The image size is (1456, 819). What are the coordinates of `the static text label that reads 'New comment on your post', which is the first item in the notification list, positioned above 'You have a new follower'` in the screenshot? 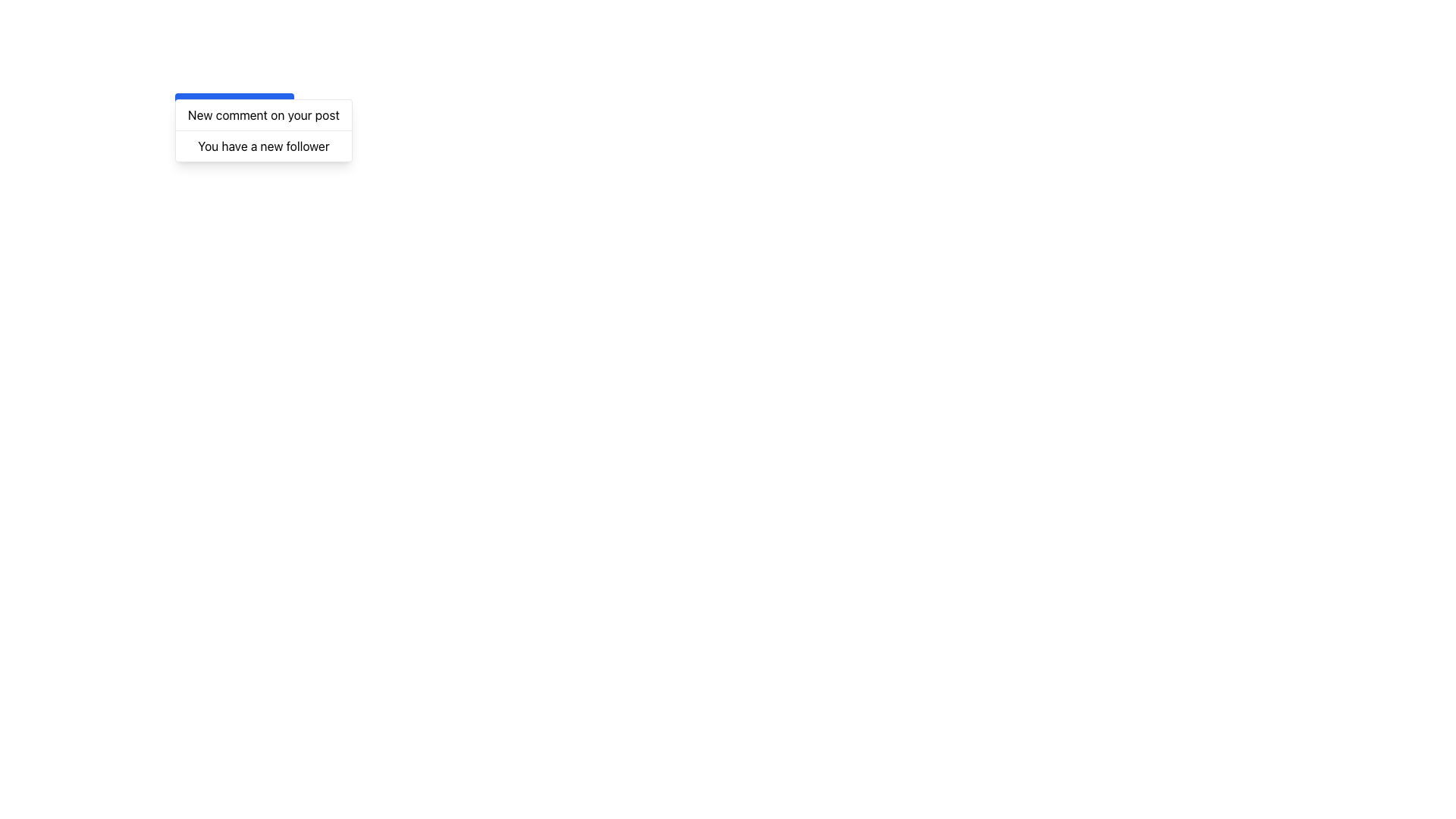 It's located at (263, 114).